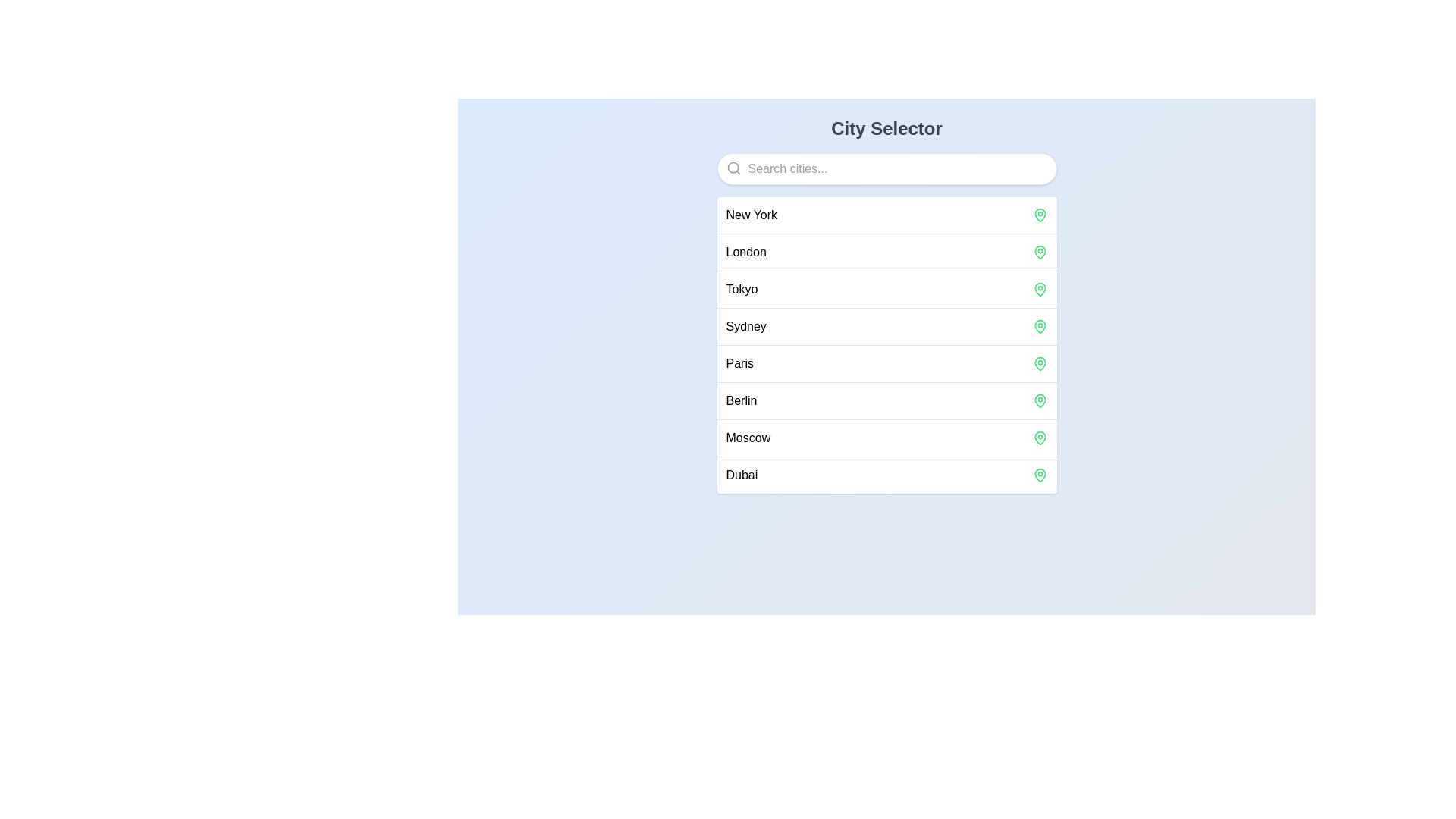 The height and width of the screenshot is (819, 1456). Describe the element at coordinates (886, 474) in the screenshot. I see `the last item in the vertical list representing the city option for 'Dubai'` at that location.